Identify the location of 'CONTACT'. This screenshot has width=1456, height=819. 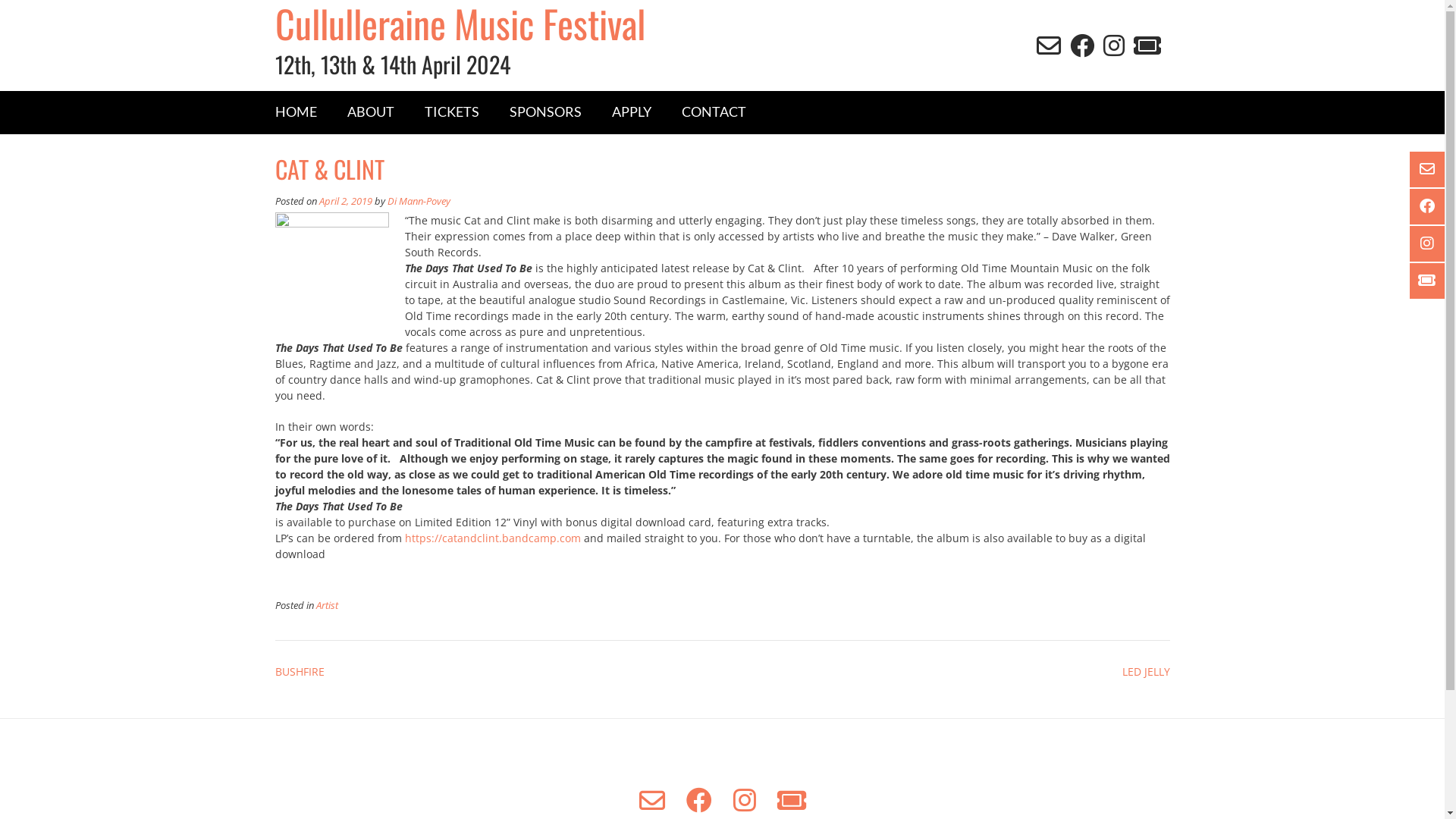
(712, 111).